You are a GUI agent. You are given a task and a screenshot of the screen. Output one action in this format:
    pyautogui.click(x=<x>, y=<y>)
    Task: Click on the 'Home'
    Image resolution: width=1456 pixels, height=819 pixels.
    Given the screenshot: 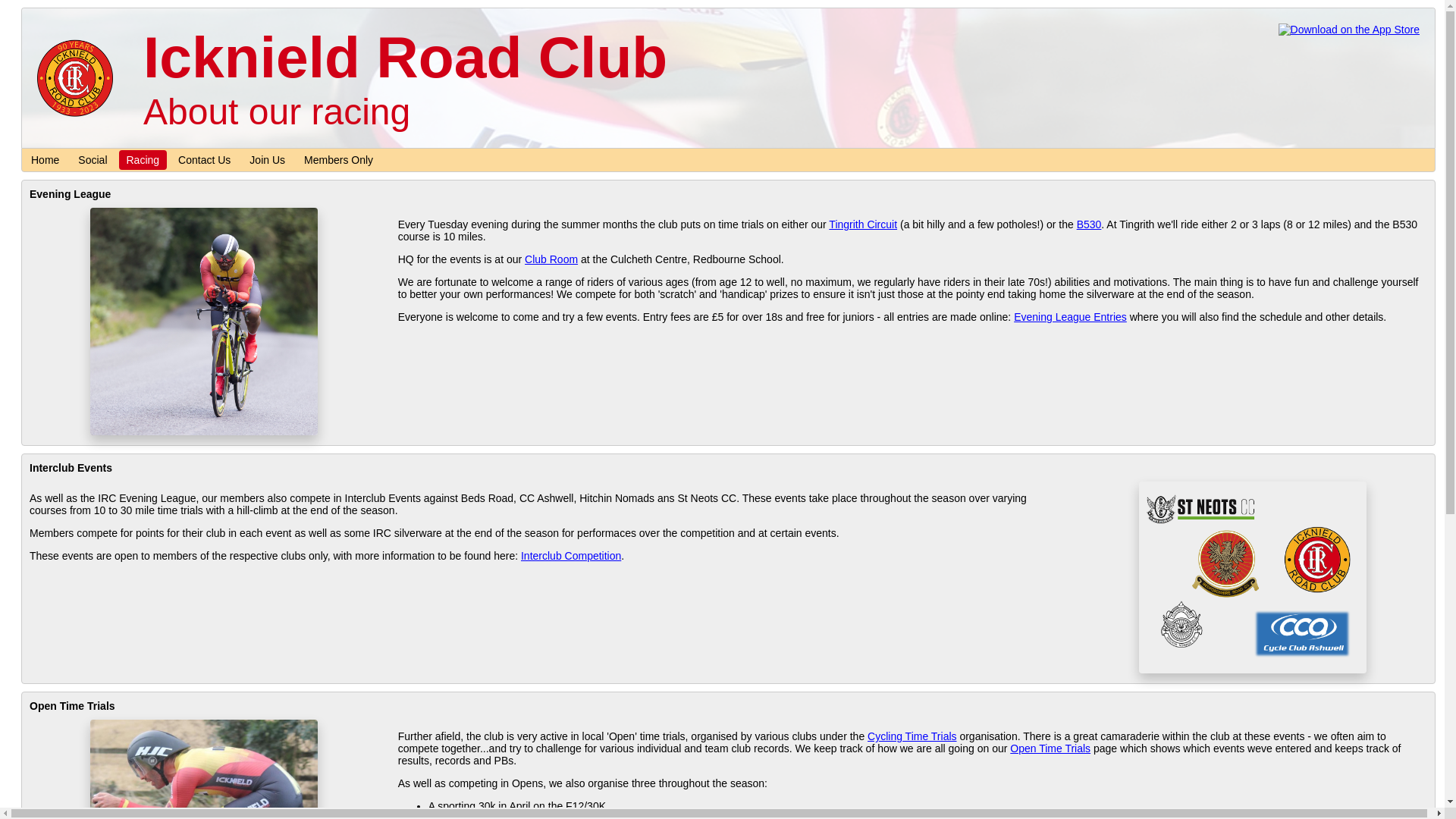 What is the action you would take?
    pyautogui.click(x=45, y=160)
    